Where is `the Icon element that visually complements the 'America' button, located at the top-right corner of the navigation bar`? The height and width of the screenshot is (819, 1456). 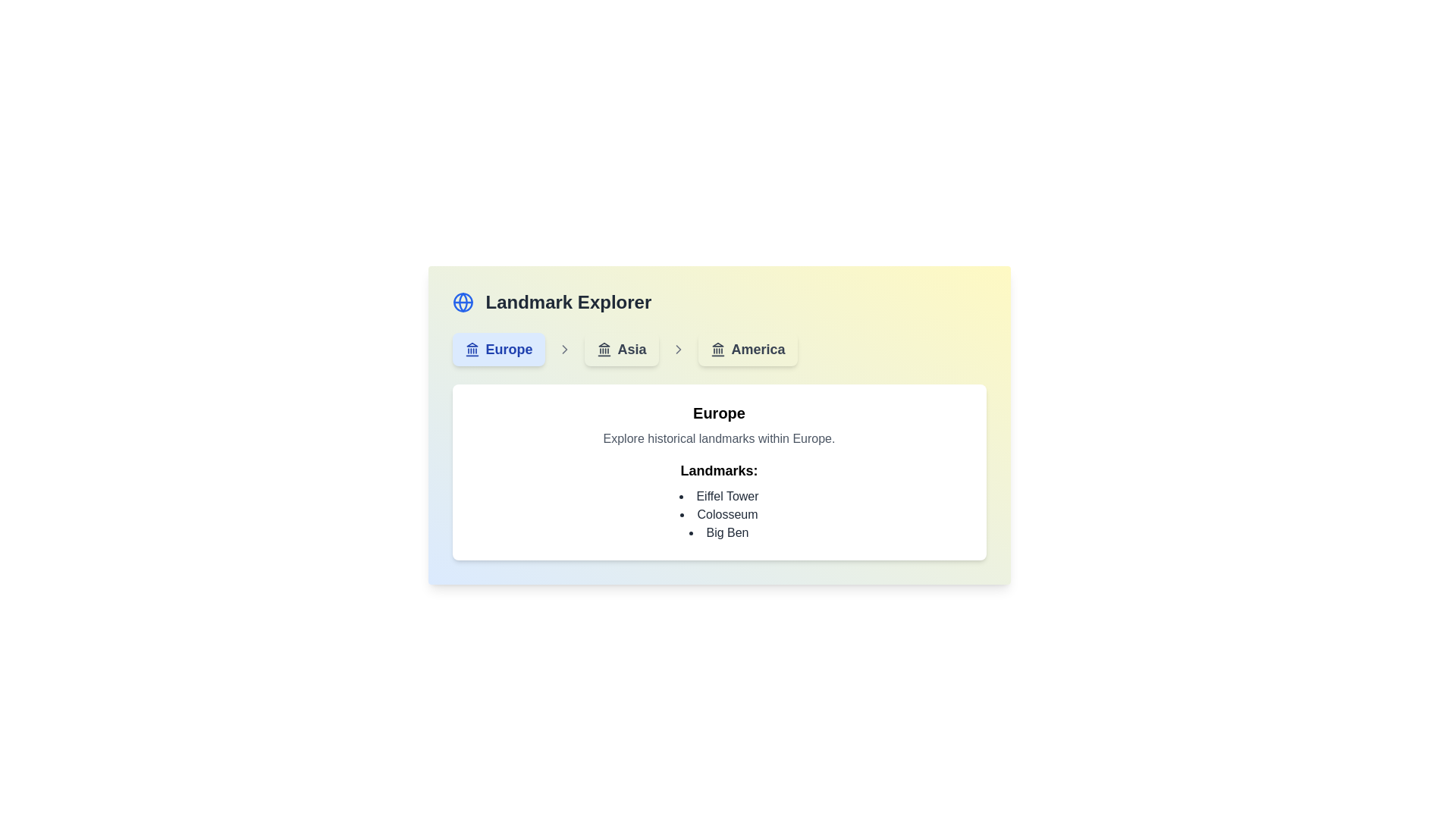 the Icon element that visually complements the 'America' button, located at the top-right corner of the navigation bar is located at coordinates (717, 350).